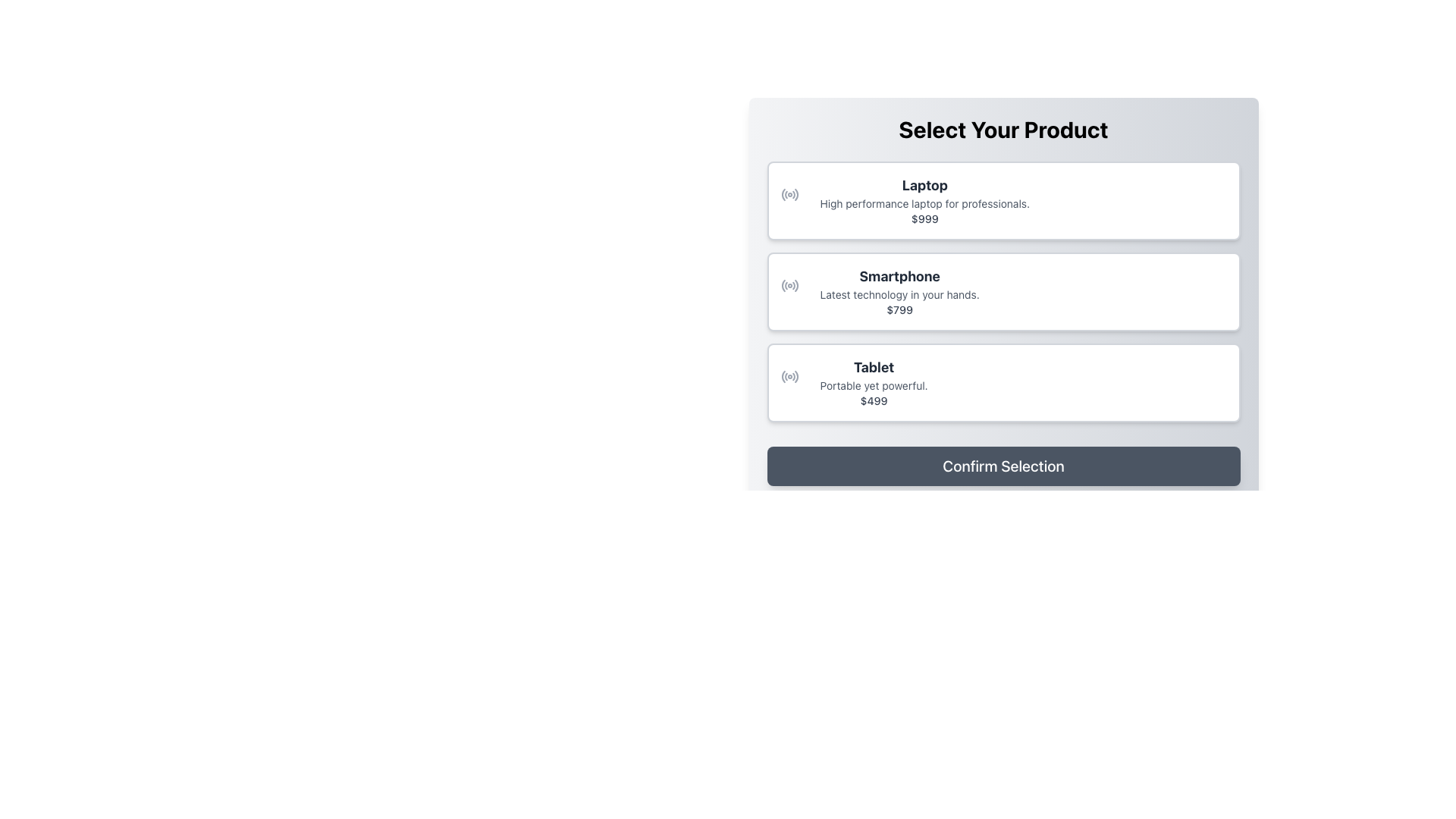  What do you see at coordinates (924, 219) in the screenshot?
I see `the text label displaying '$999', which is located at the bottom of the product description section in the 'Select Your Product' interface module under the 'Laptop' section` at bounding box center [924, 219].